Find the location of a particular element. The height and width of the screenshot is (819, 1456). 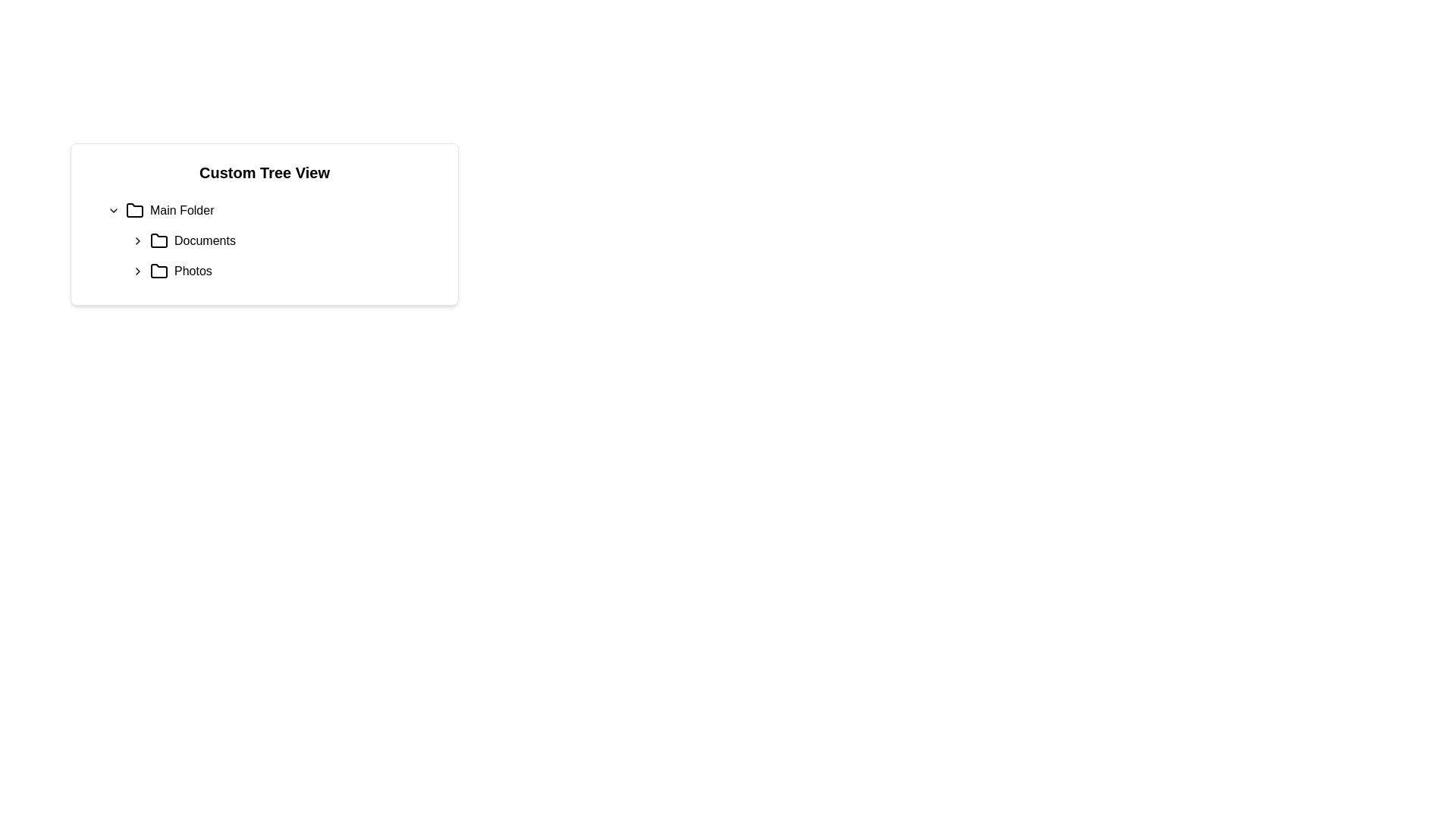

the static text label 'Documents' in the custom tree view representing file navigation, which is positioned below 'Main Folder' and above 'Photos', with a folder icon to its left is located at coordinates (204, 240).